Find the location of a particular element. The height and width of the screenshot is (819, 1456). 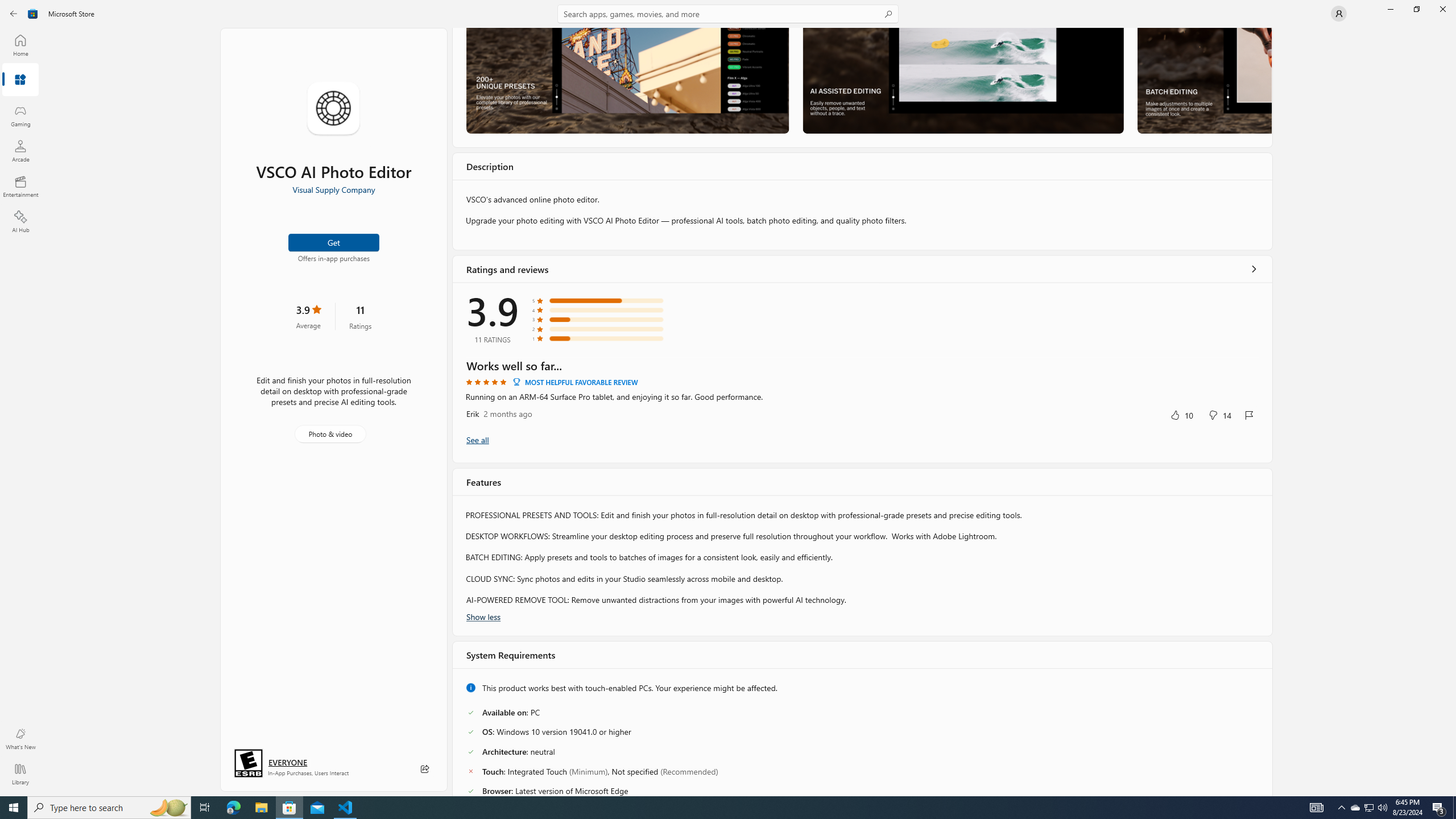

'Back' is located at coordinates (14, 13).